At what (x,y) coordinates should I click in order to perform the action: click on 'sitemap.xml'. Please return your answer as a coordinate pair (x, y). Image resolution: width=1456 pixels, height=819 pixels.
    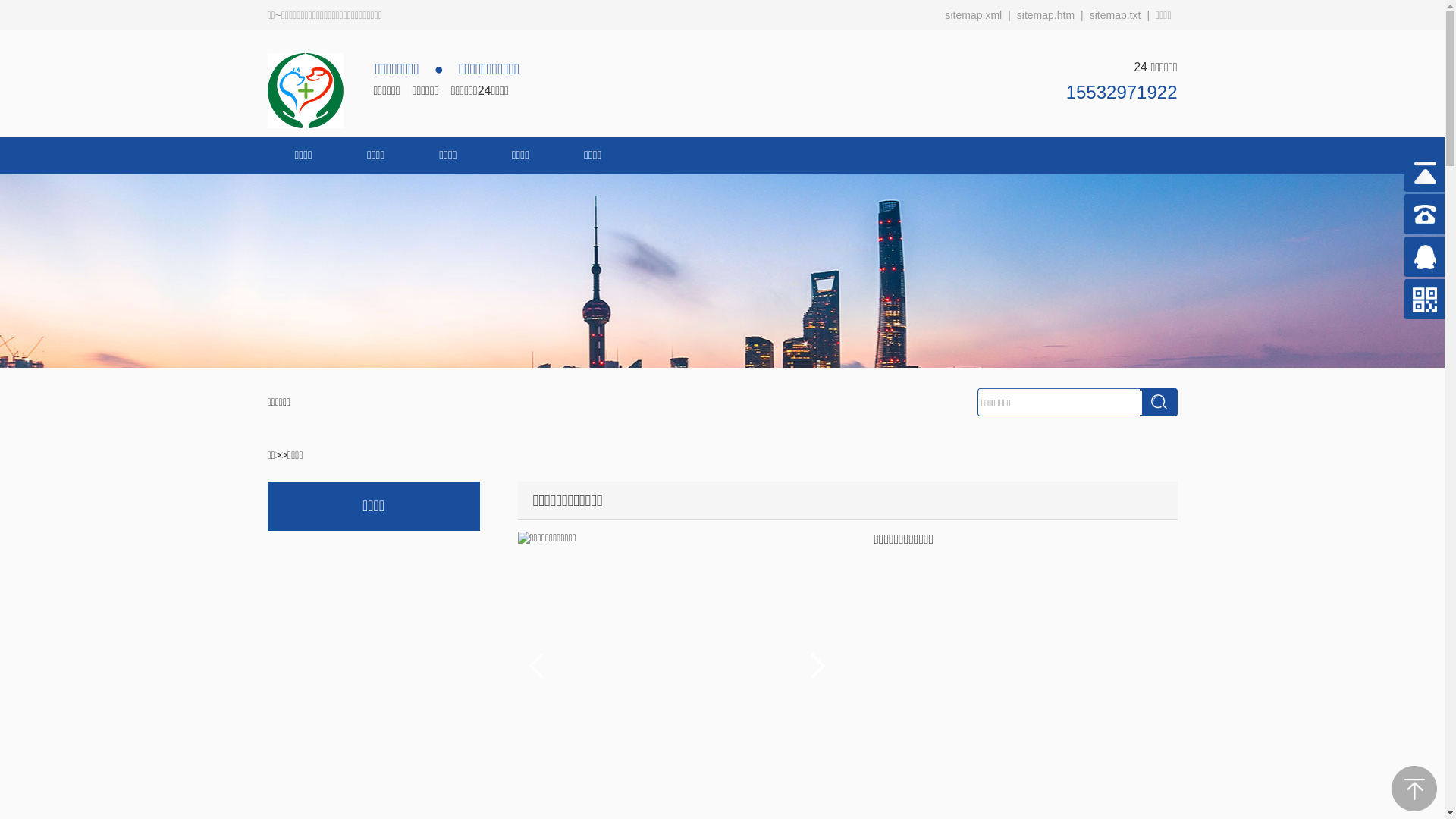
    Looking at the image, I should click on (973, 14).